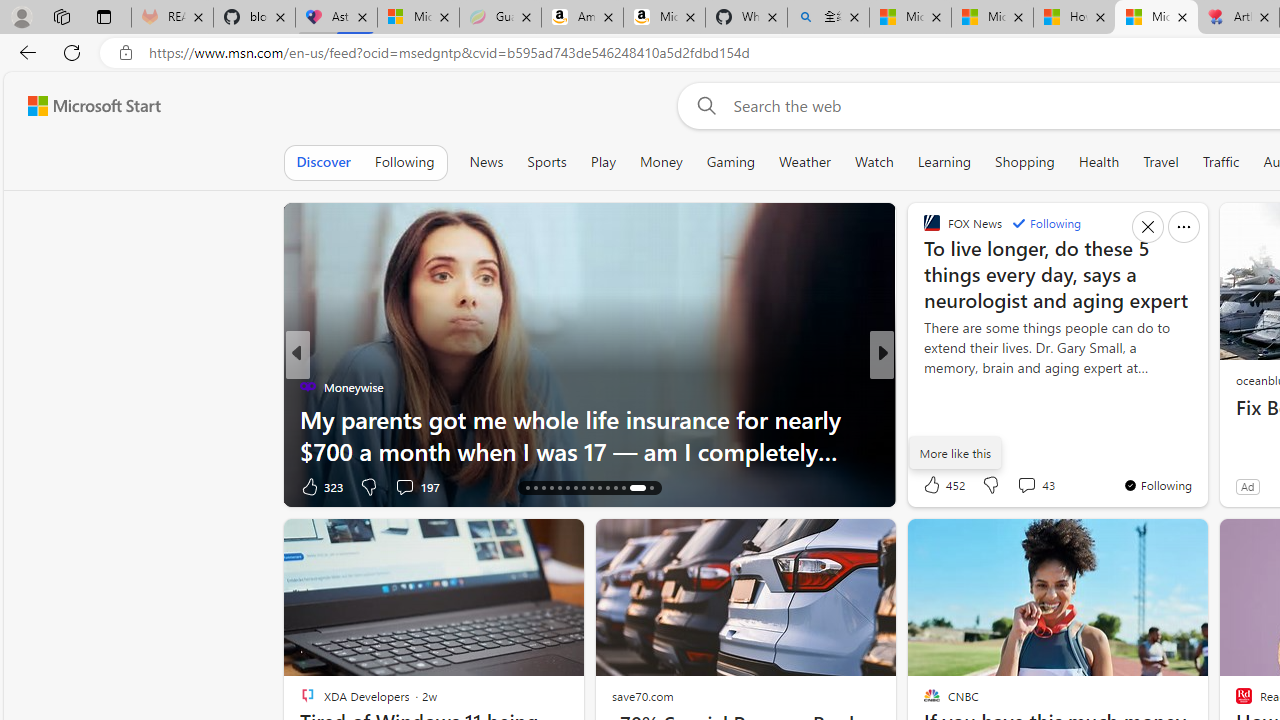 The width and height of the screenshot is (1280, 720). Describe the element at coordinates (650, 488) in the screenshot. I see `'AutomationID: tab-30'` at that location.